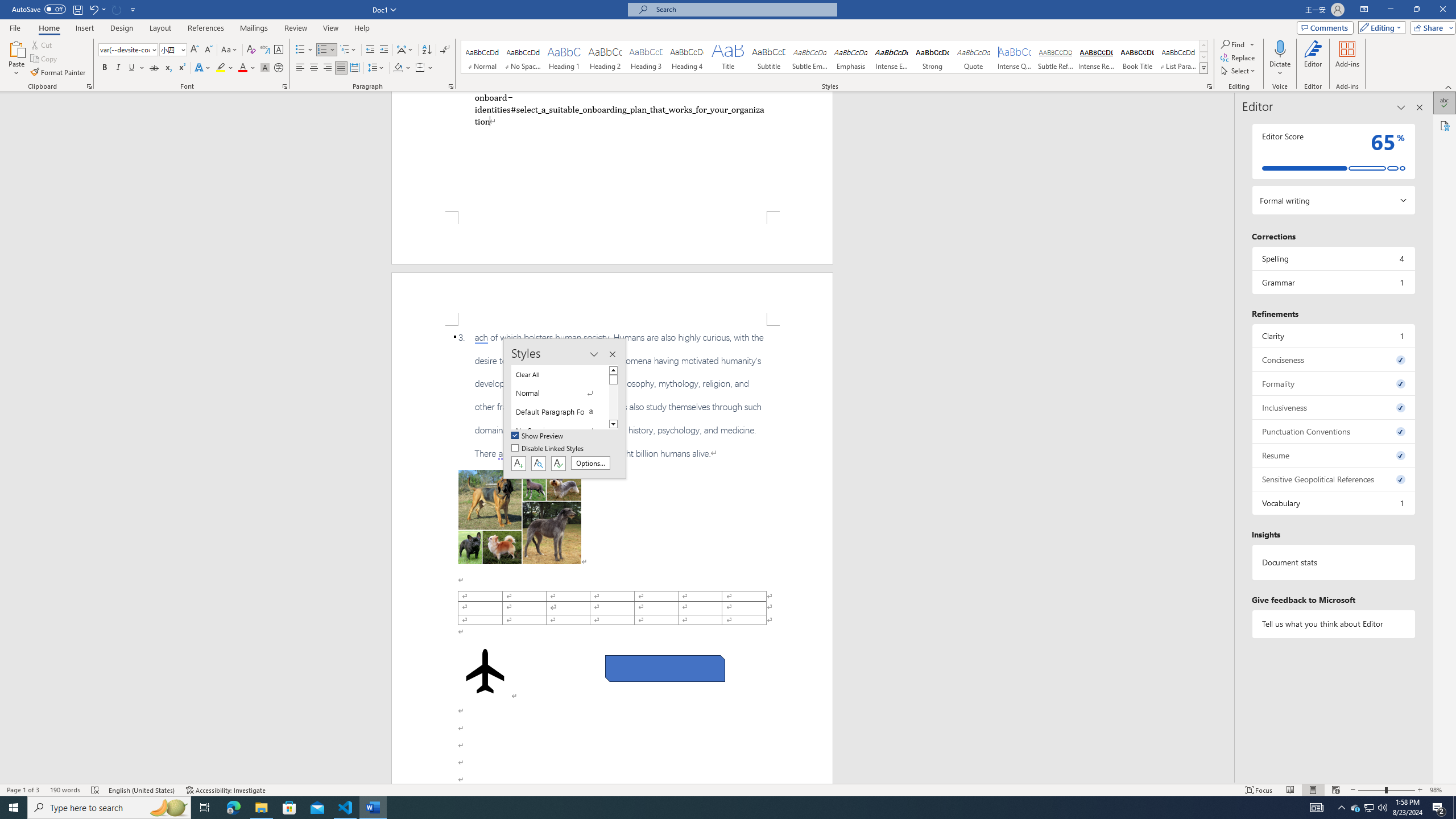 This screenshot has width=1456, height=819. I want to click on 'Emphasis', so click(850, 56).